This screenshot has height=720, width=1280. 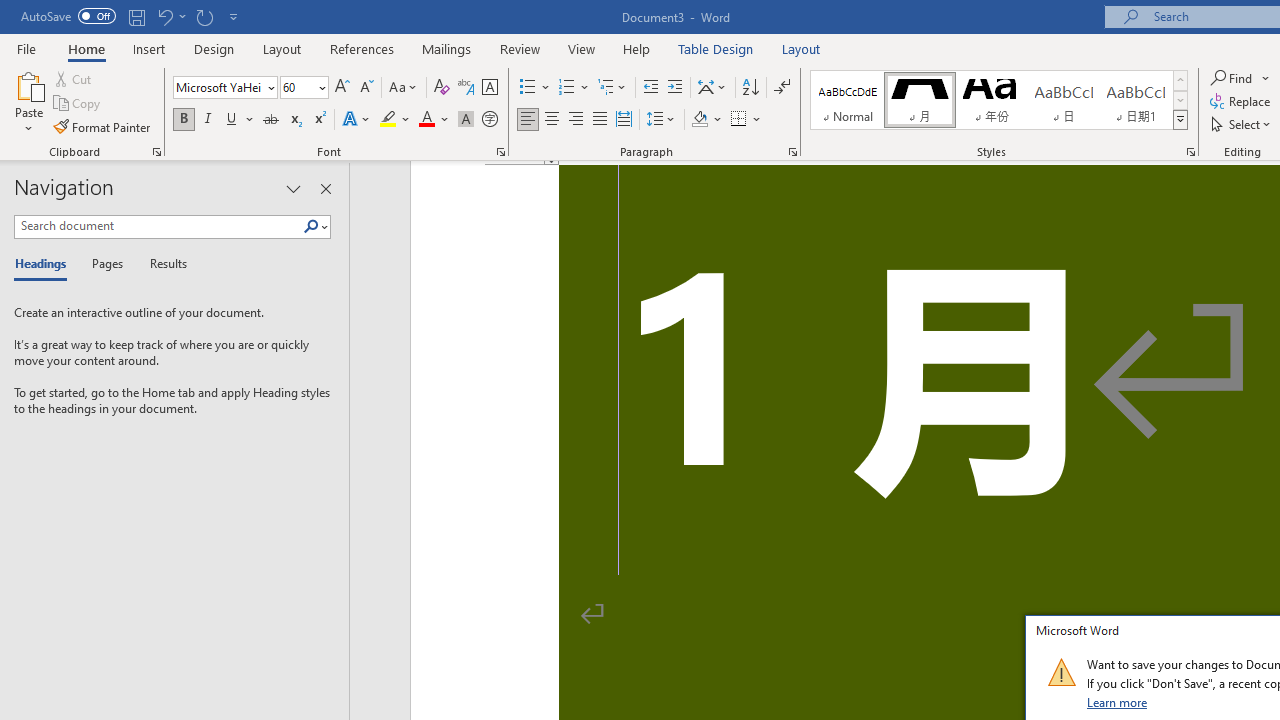 I want to click on 'Grow Font', so click(x=342, y=86).